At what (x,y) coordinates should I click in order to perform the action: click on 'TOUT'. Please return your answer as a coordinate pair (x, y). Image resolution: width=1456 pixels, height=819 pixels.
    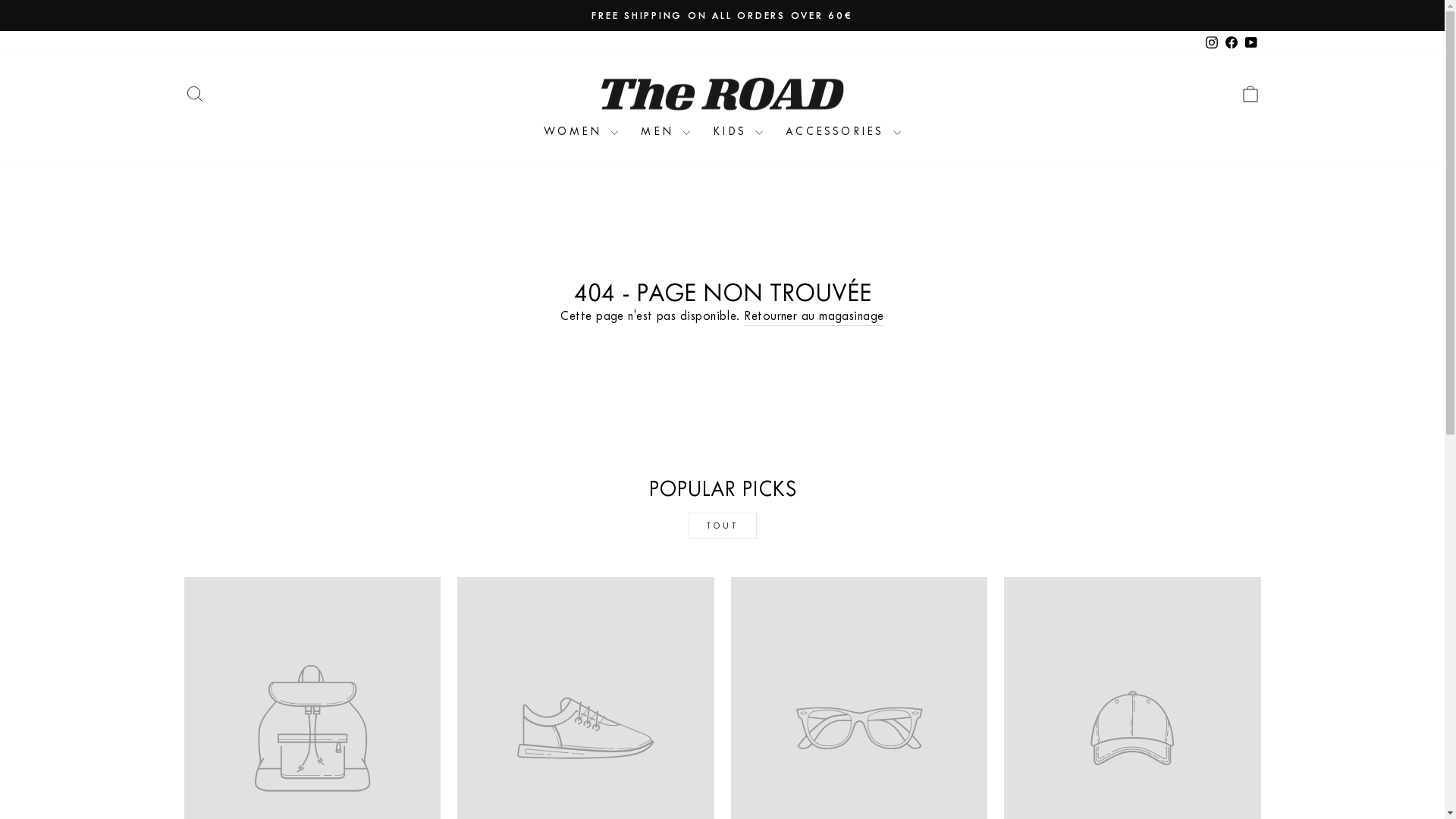
    Looking at the image, I should click on (722, 525).